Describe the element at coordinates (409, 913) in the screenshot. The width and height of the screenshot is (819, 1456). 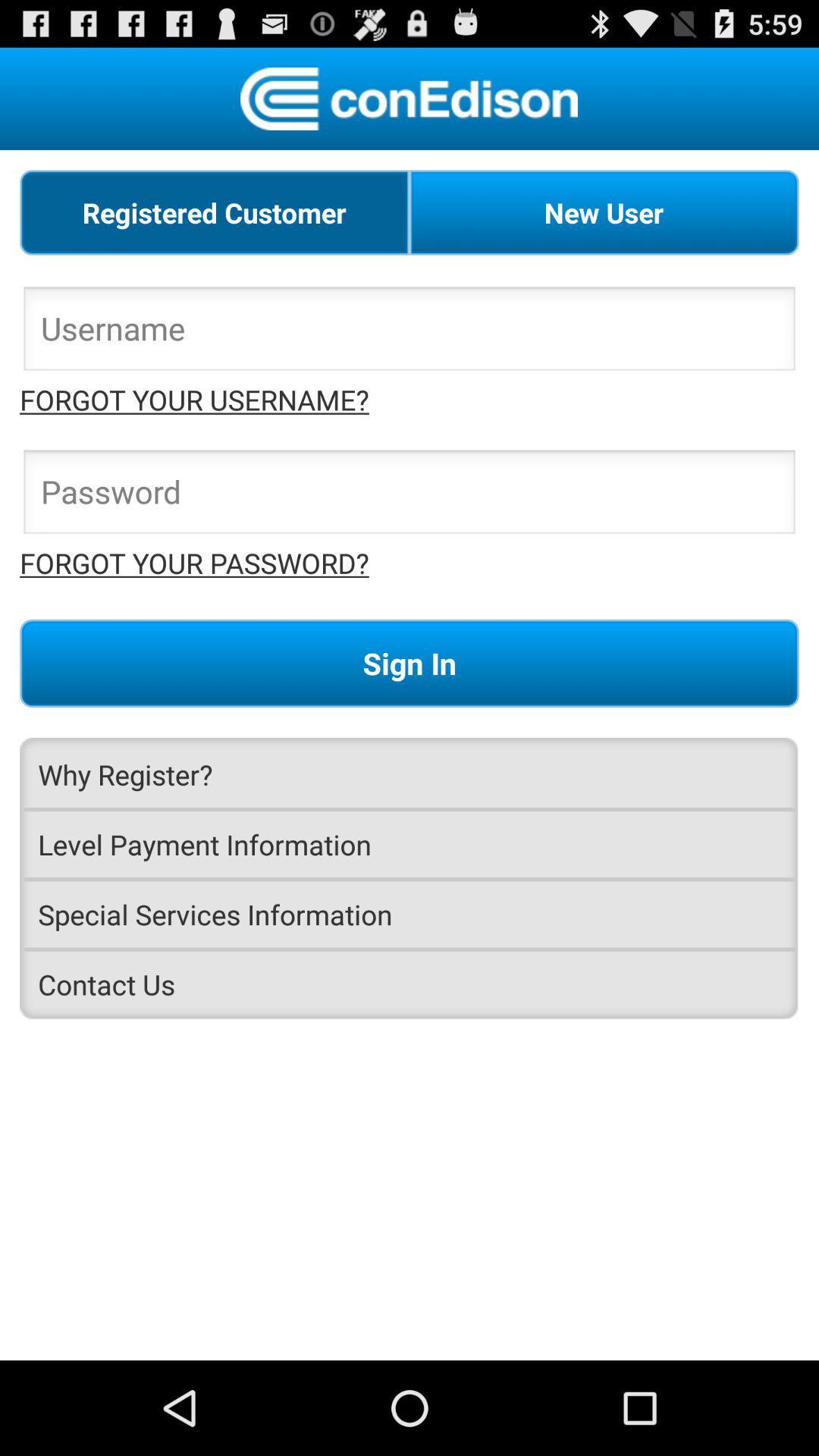
I see `the special services information` at that location.